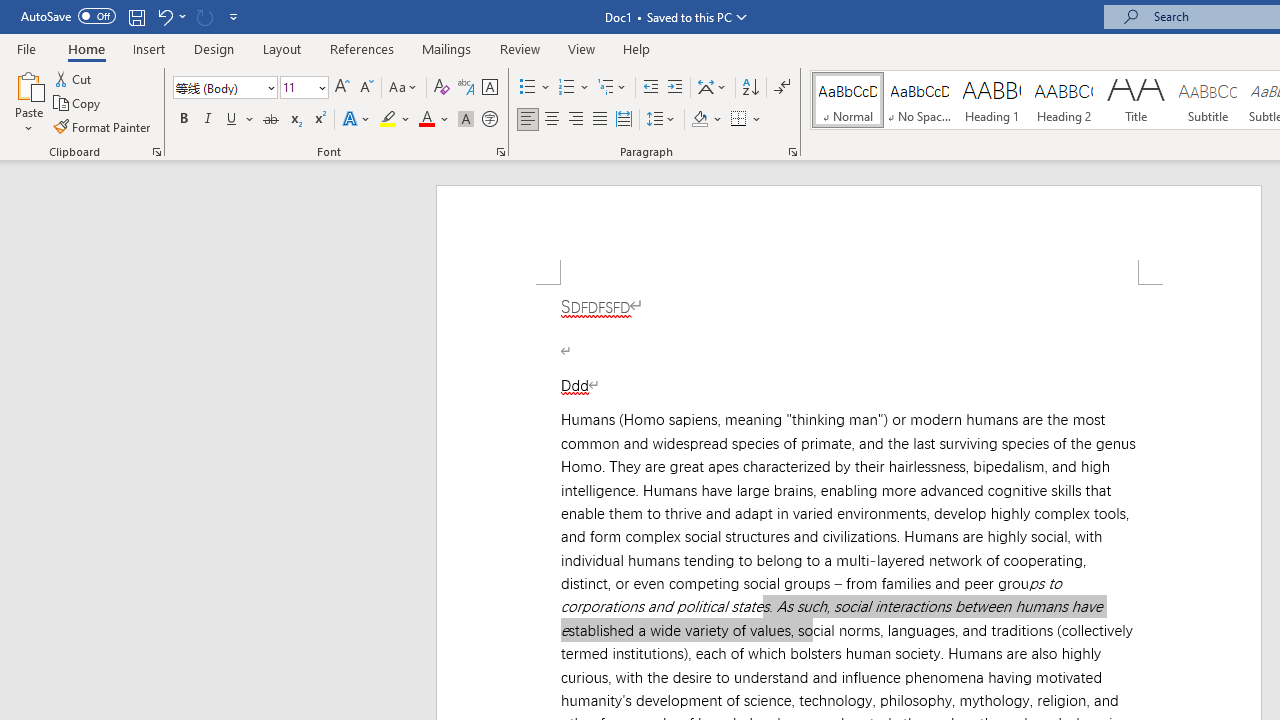 The height and width of the screenshot is (720, 1280). Describe the element at coordinates (170, 16) in the screenshot. I see `'Undo Apply Quick Style Set'` at that location.